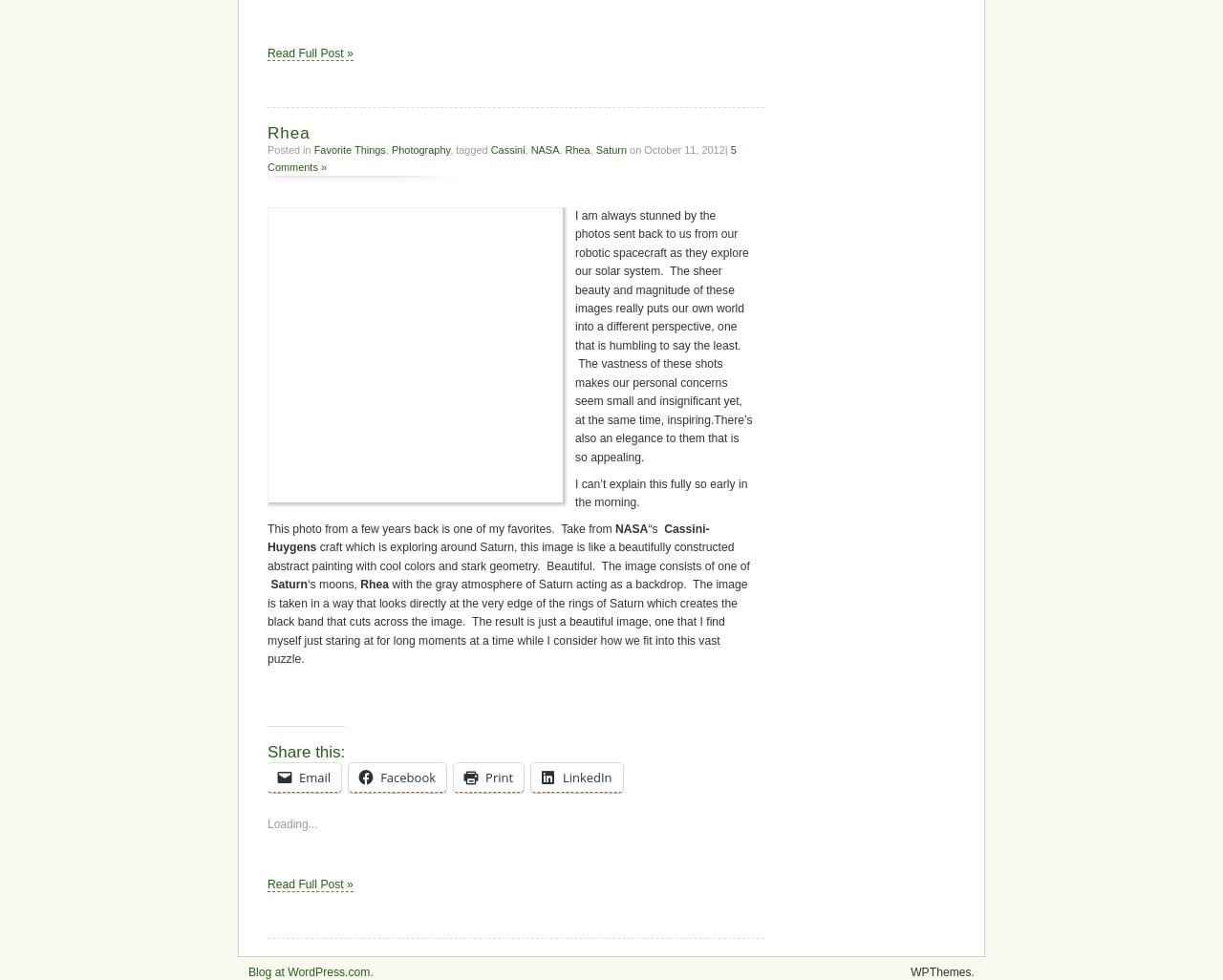 The height and width of the screenshot is (980, 1223). I want to click on 'I am always stunned by the photos sent back to us from our robotic spacecraft as they explore our solar system.  The sheer beauty and magnitude of these images really puts our own world into a different perspective, one that is humbling to say the least.  The vastness of these shots makes our personal concerns seem small and insignificant yet, at the same time, inspiring.There’s also an elegance to them that is so appealing.', so click(663, 771).